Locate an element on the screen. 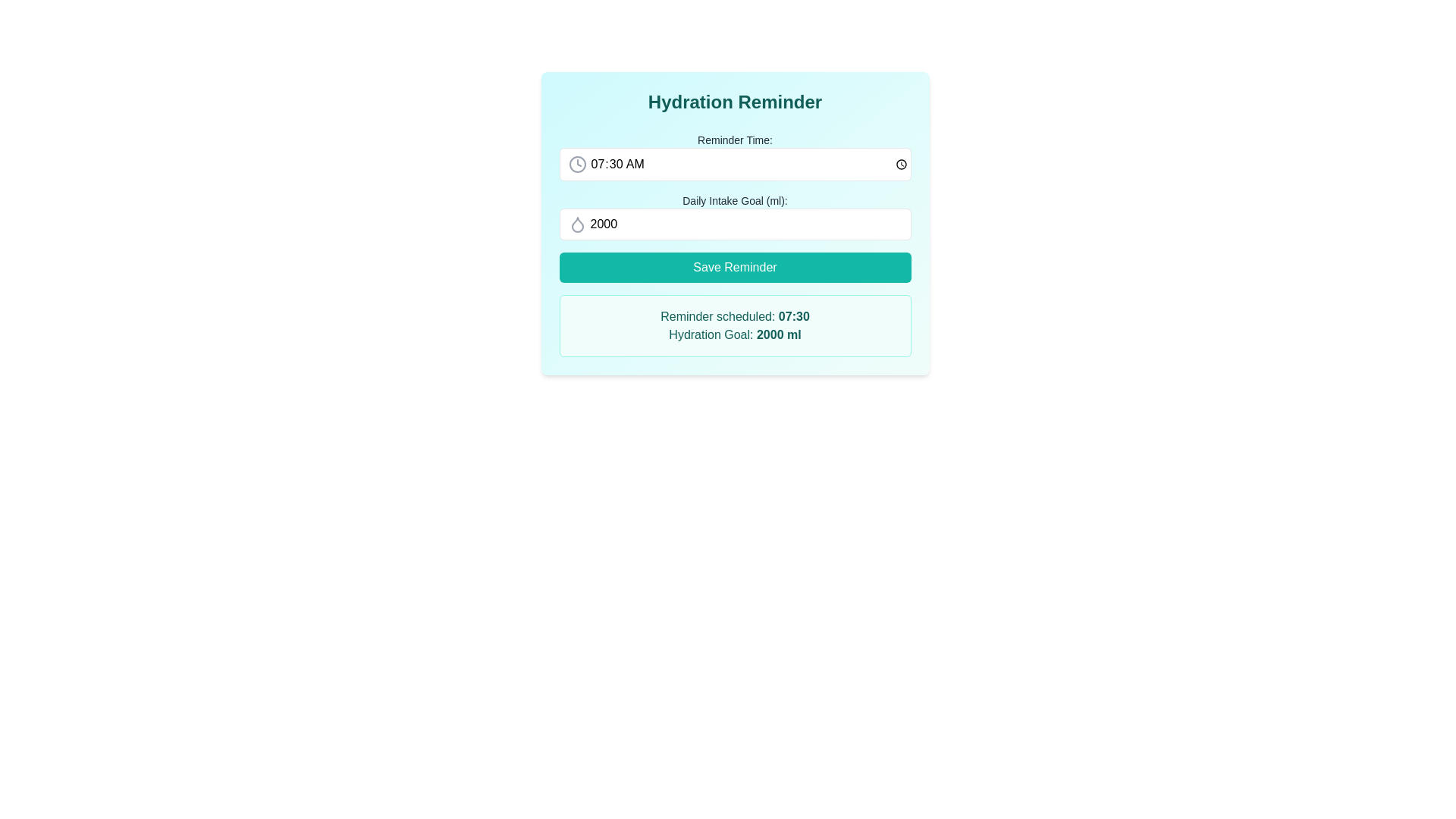  the 'Hydration Reminder' panel which contains interactive fields and a 'Save Reminder' button is located at coordinates (735, 223).